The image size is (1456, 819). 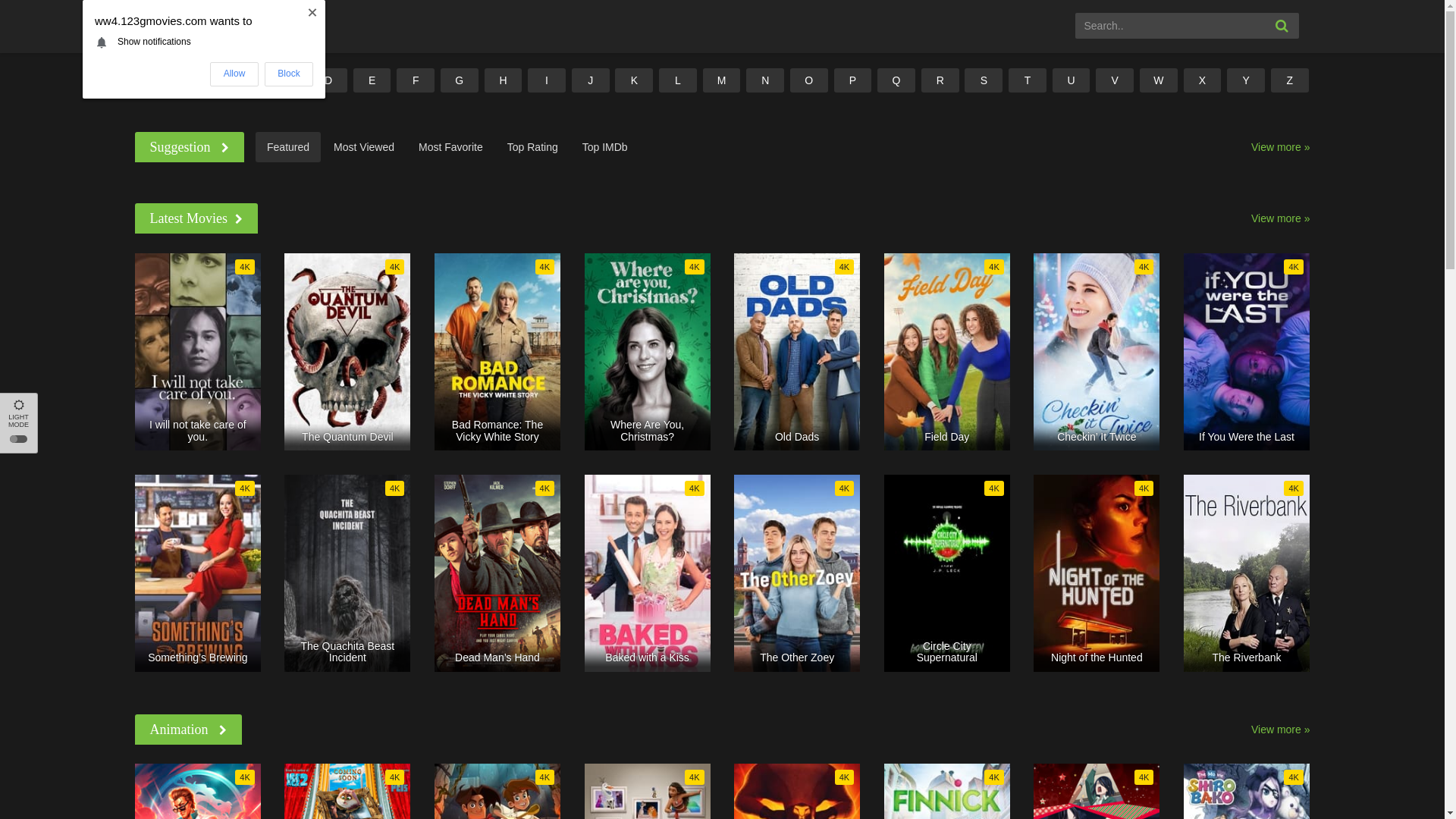 What do you see at coordinates (1027, 80) in the screenshot?
I see `'T'` at bounding box center [1027, 80].